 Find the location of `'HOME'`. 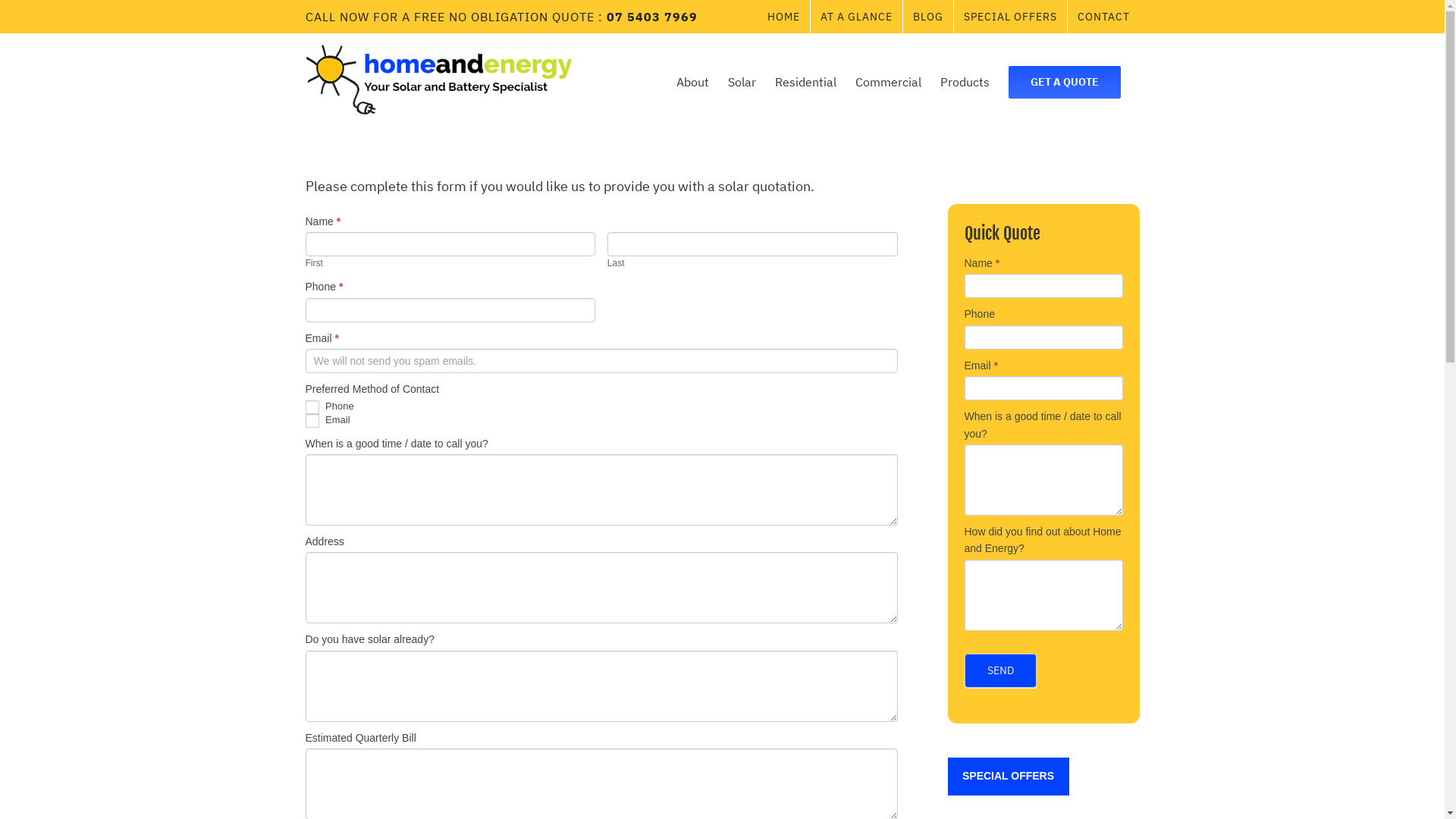

'HOME' is located at coordinates (757, 17).